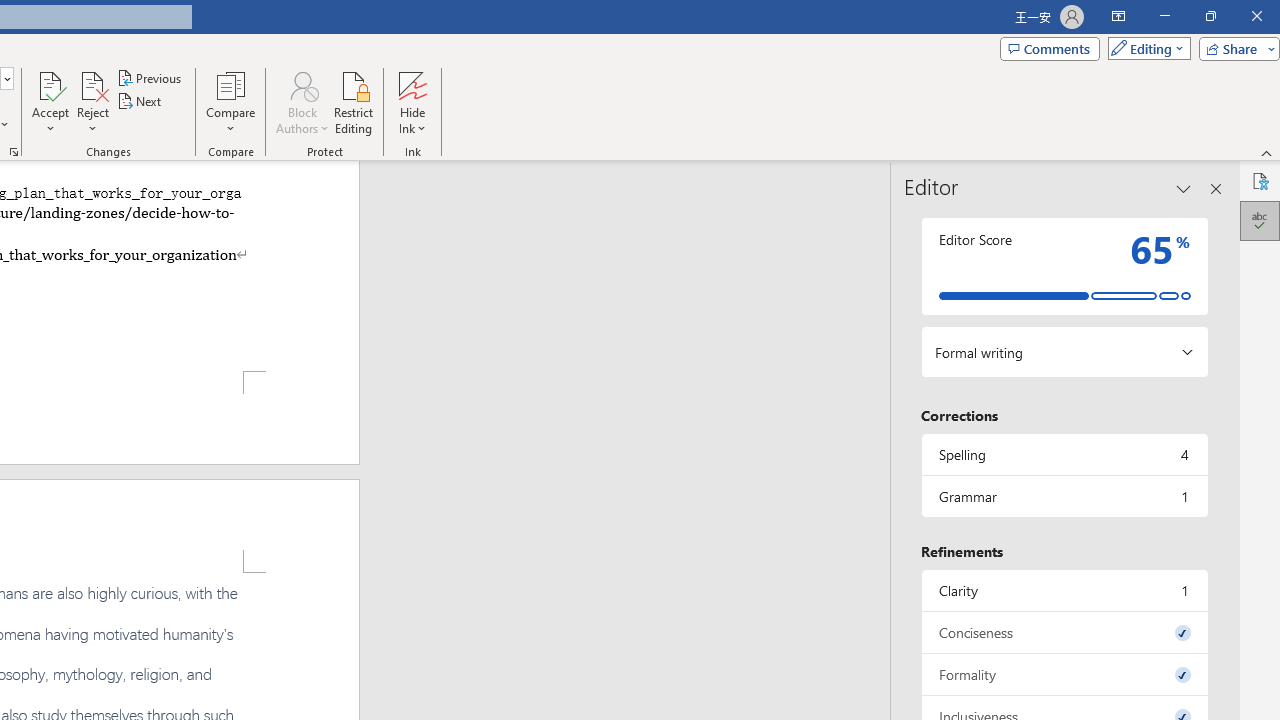 The width and height of the screenshot is (1280, 720). I want to click on 'Clarity, 1 issue. Press space or enter to review items.', so click(1063, 589).